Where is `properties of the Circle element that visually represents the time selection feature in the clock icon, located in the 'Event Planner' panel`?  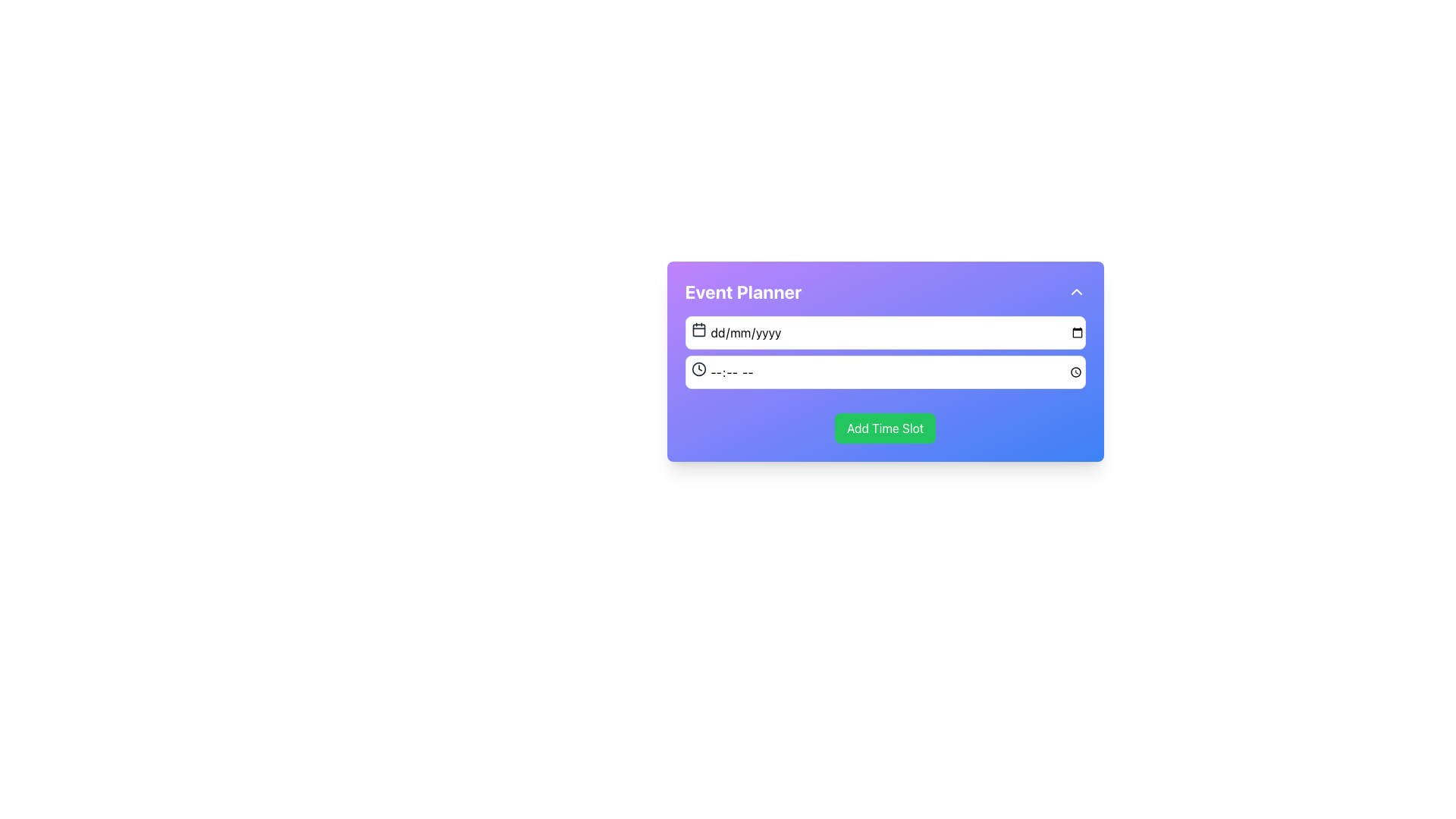
properties of the Circle element that visually represents the time selection feature in the clock icon, located in the 'Event Planner' panel is located at coordinates (698, 369).